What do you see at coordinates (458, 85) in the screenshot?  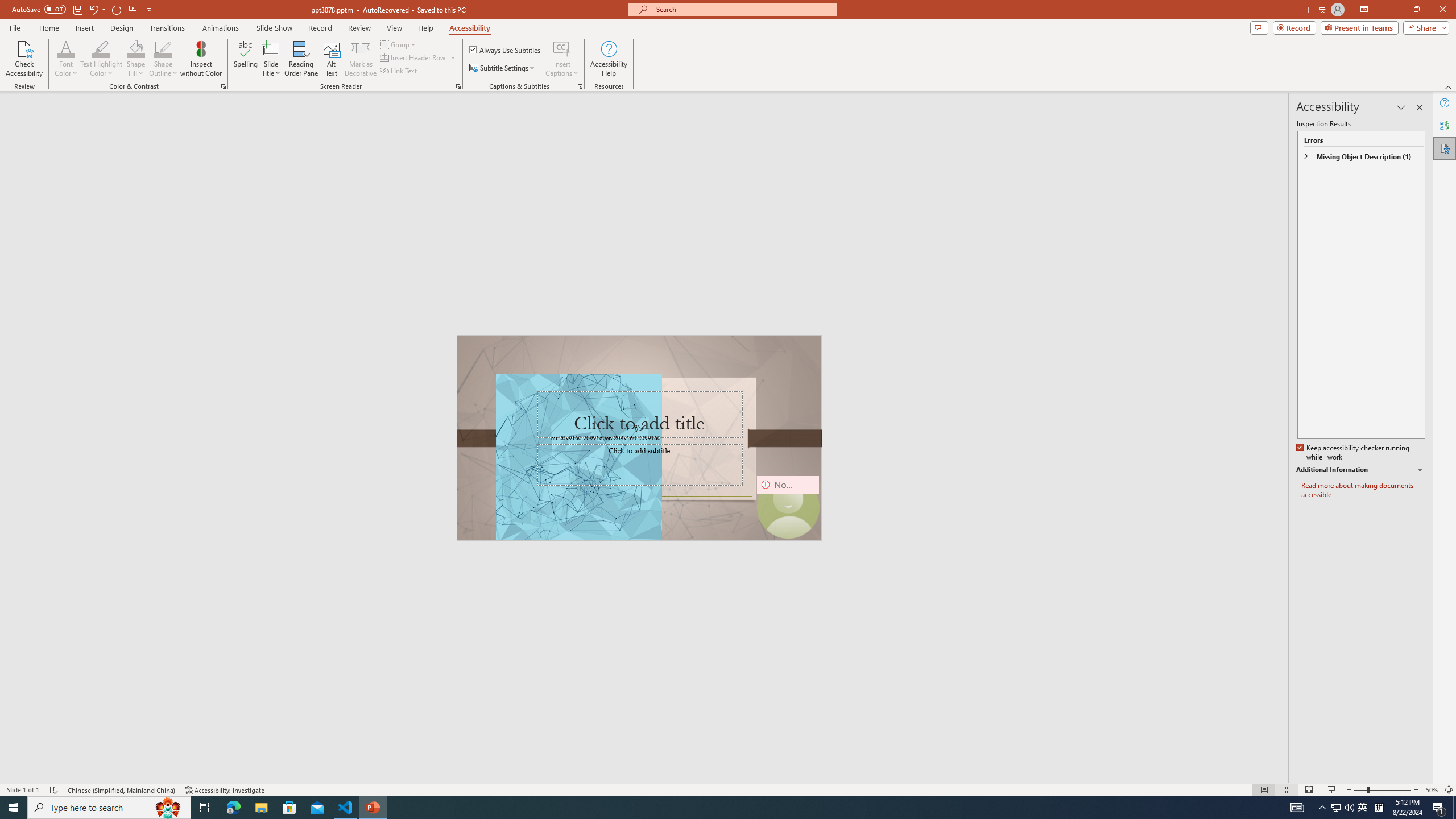 I see `'Screen Reader'` at bounding box center [458, 85].